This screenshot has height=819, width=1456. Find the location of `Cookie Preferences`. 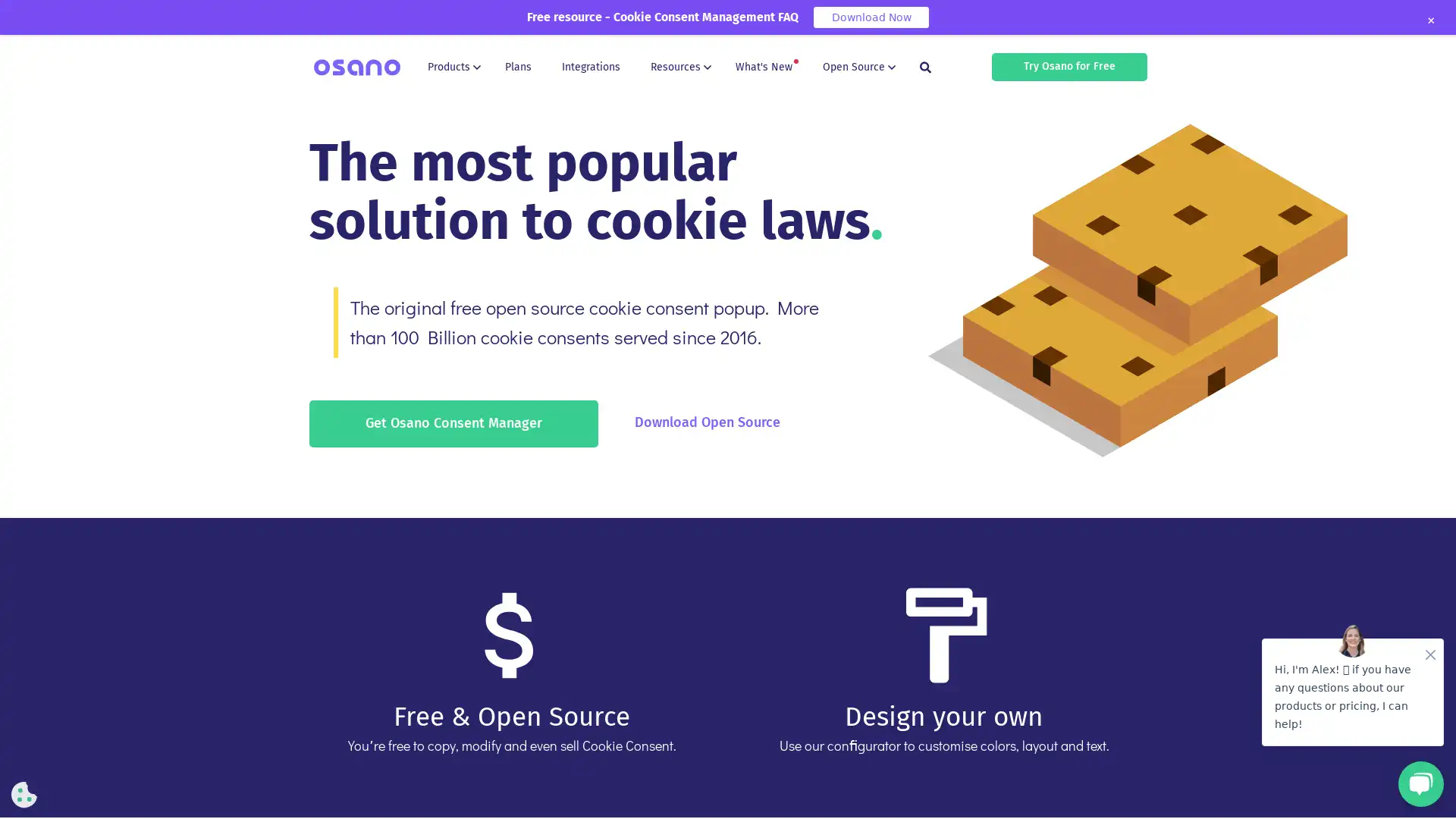

Cookie Preferences is located at coordinates (24, 794).